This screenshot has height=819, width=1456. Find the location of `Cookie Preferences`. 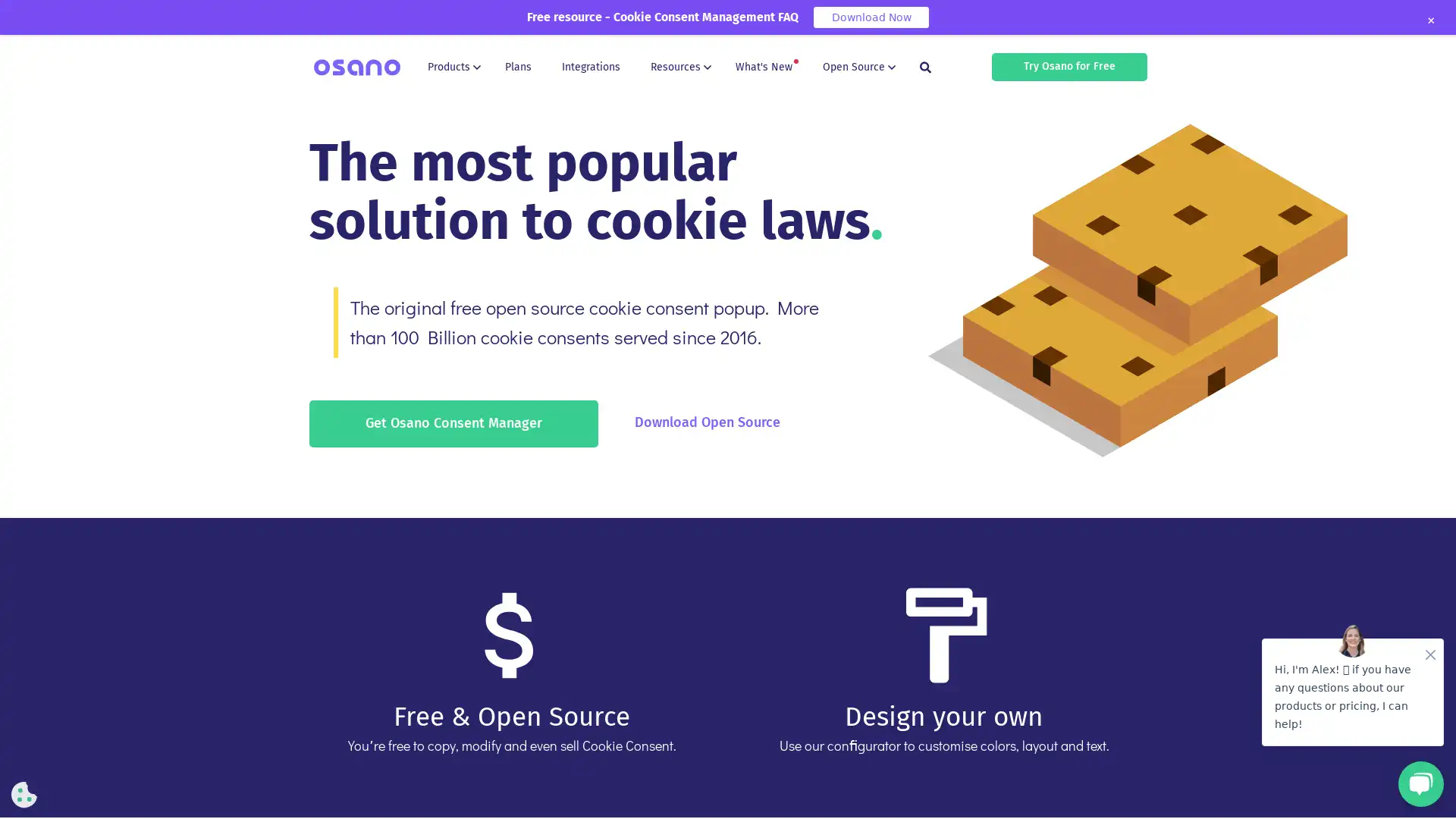

Cookie Preferences is located at coordinates (24, 794).